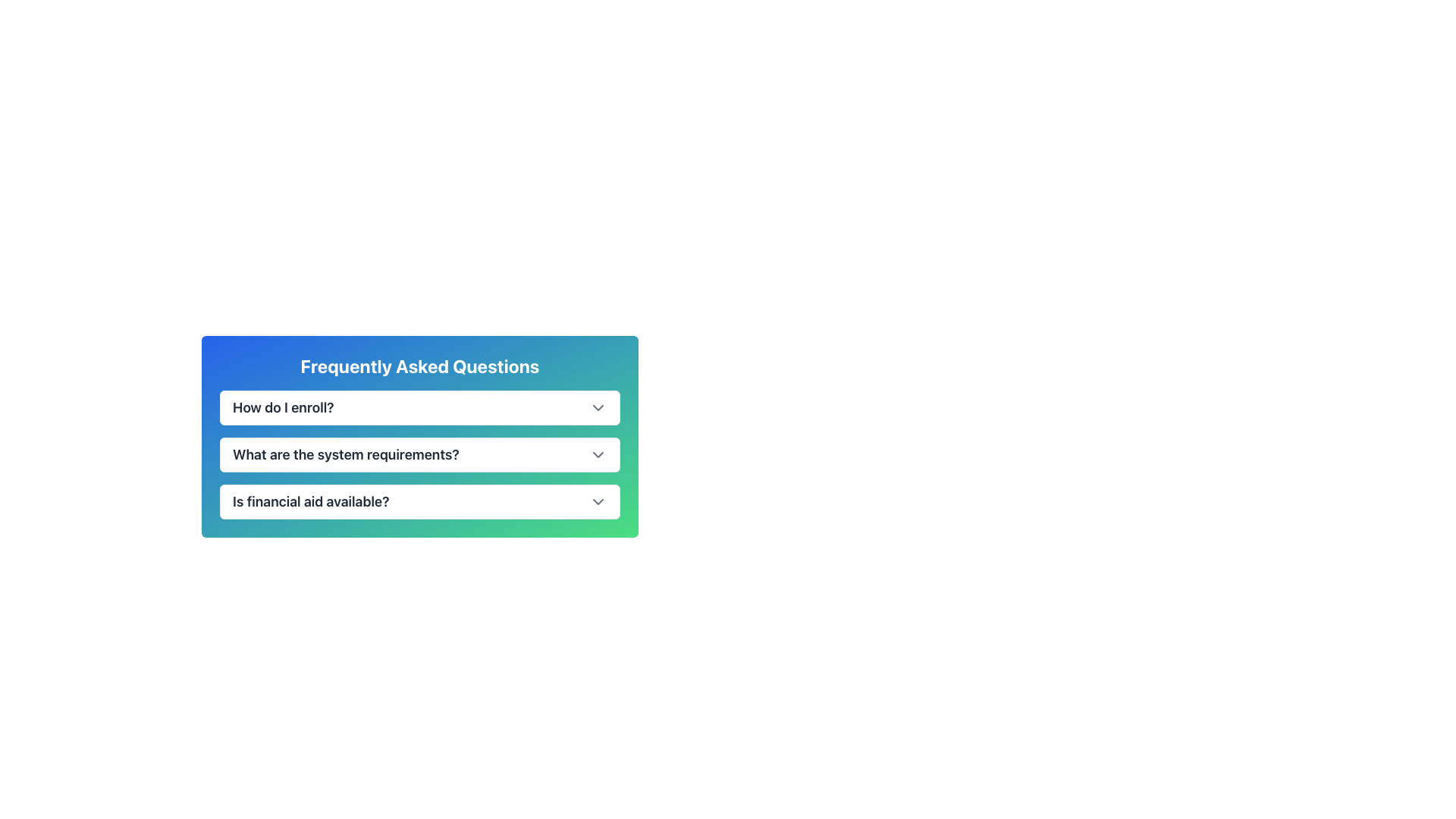  Describe the element at coordinates (310, 502) in the screenshot. I see `text of the third question in the Frequently Asked Questions section, located near the bottom of the list` at that location.